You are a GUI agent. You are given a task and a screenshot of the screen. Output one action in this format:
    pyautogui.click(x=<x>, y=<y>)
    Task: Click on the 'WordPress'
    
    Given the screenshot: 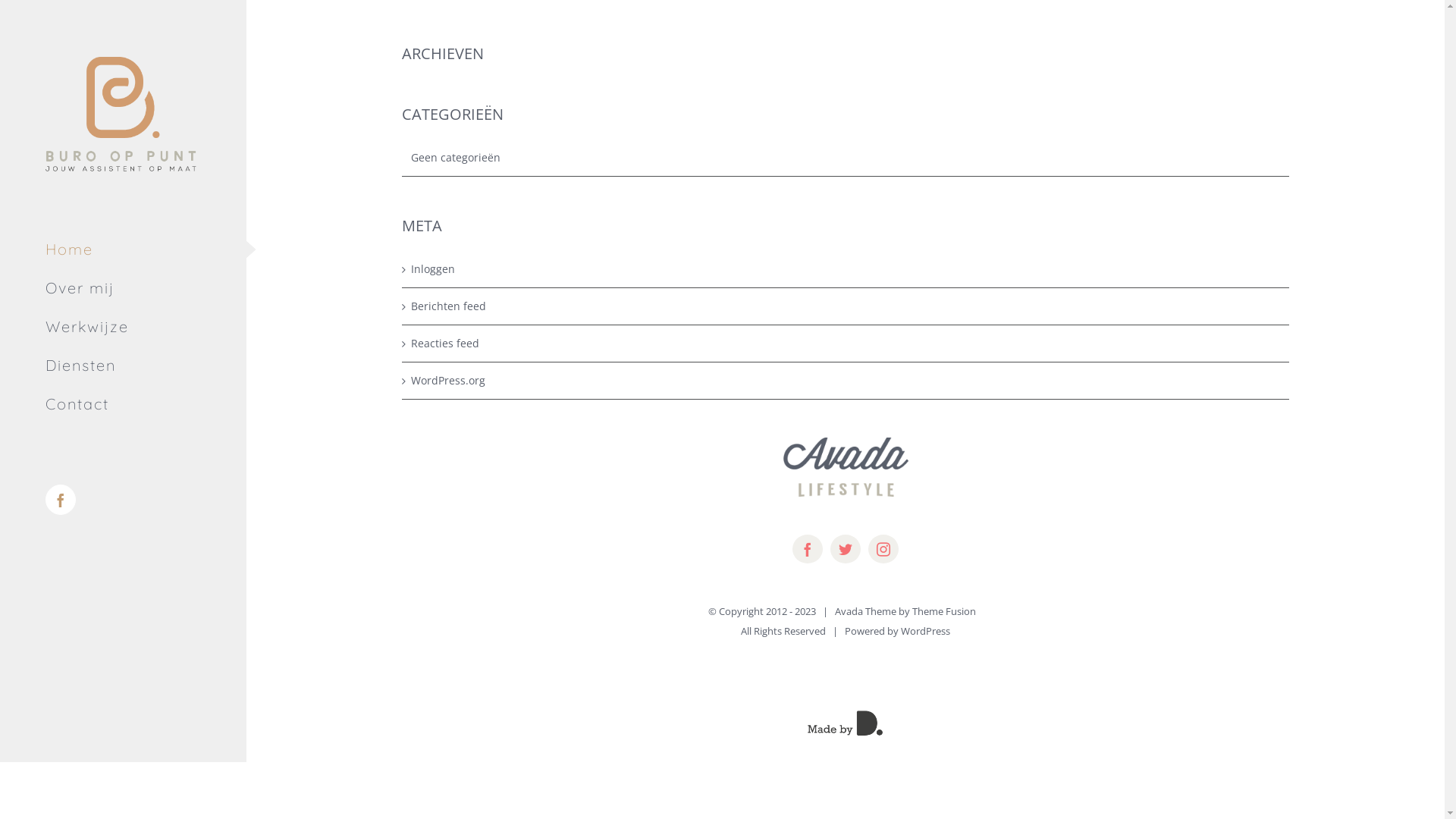 What is the action you would take?
    pyautogui.click(x=901, y=631)
    